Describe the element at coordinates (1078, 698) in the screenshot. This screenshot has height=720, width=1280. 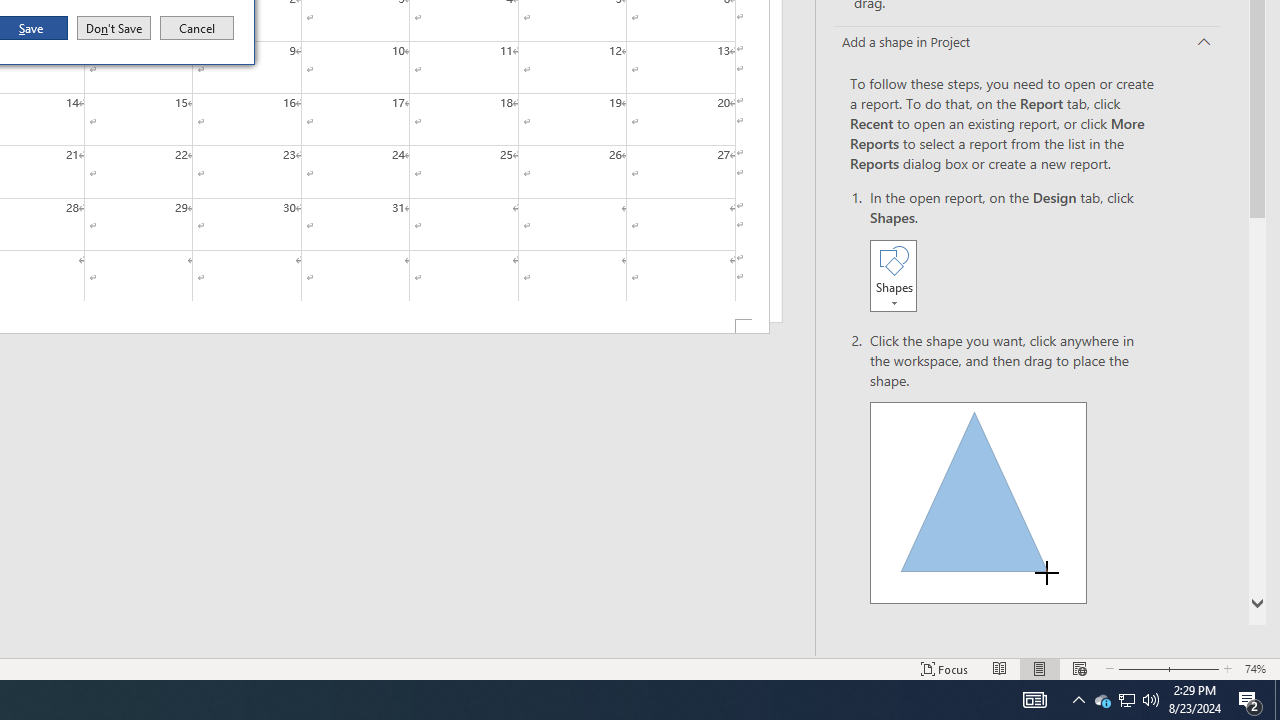
I see `'Notification Chevron'` at that location.